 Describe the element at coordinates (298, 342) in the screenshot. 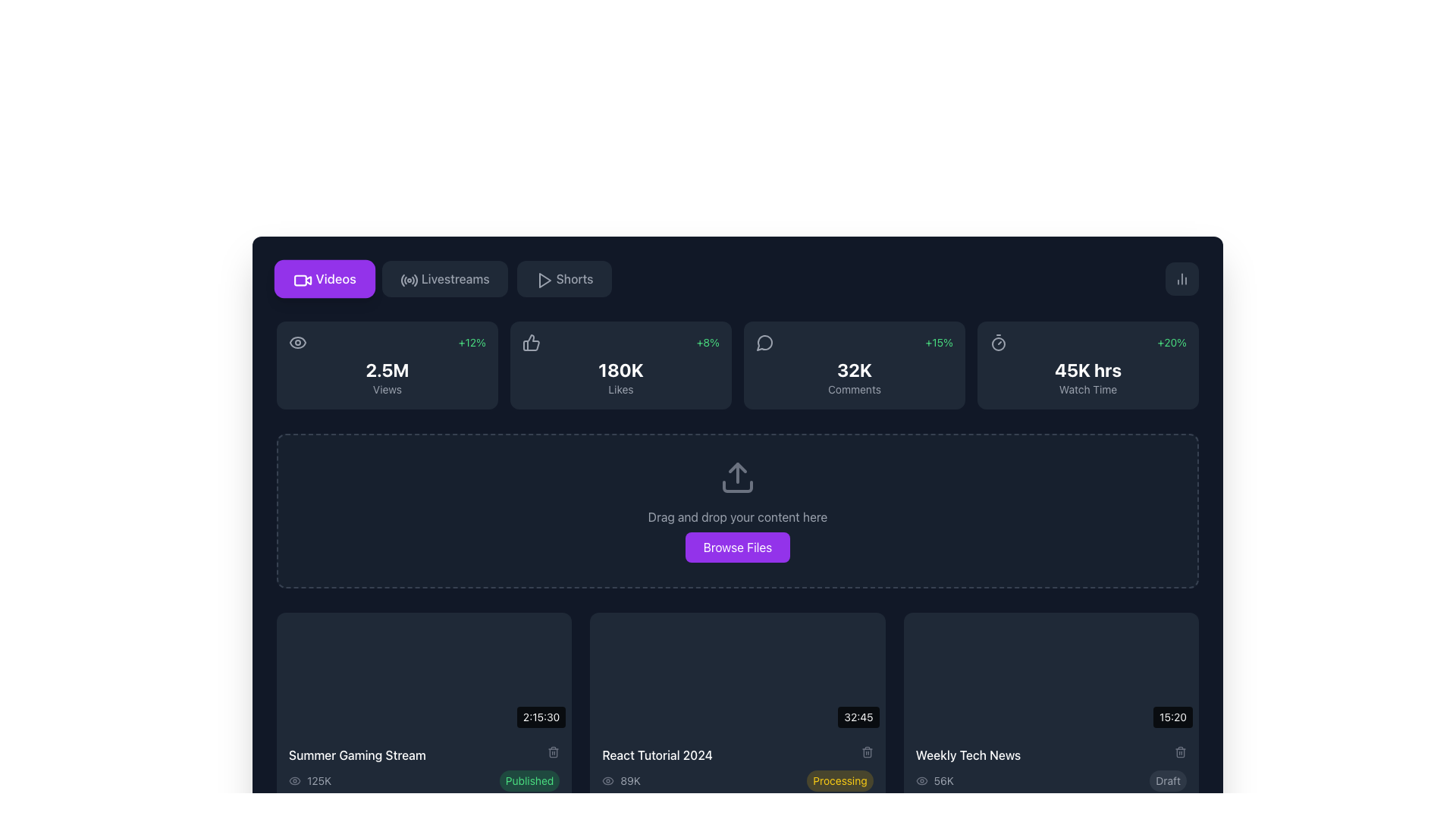

I see `the visibility metrics icon located in the upper-left area of the interface, just below the 'Videos' section, which is aligned with a text element indicating a percentage change ('+12%')` at that location.